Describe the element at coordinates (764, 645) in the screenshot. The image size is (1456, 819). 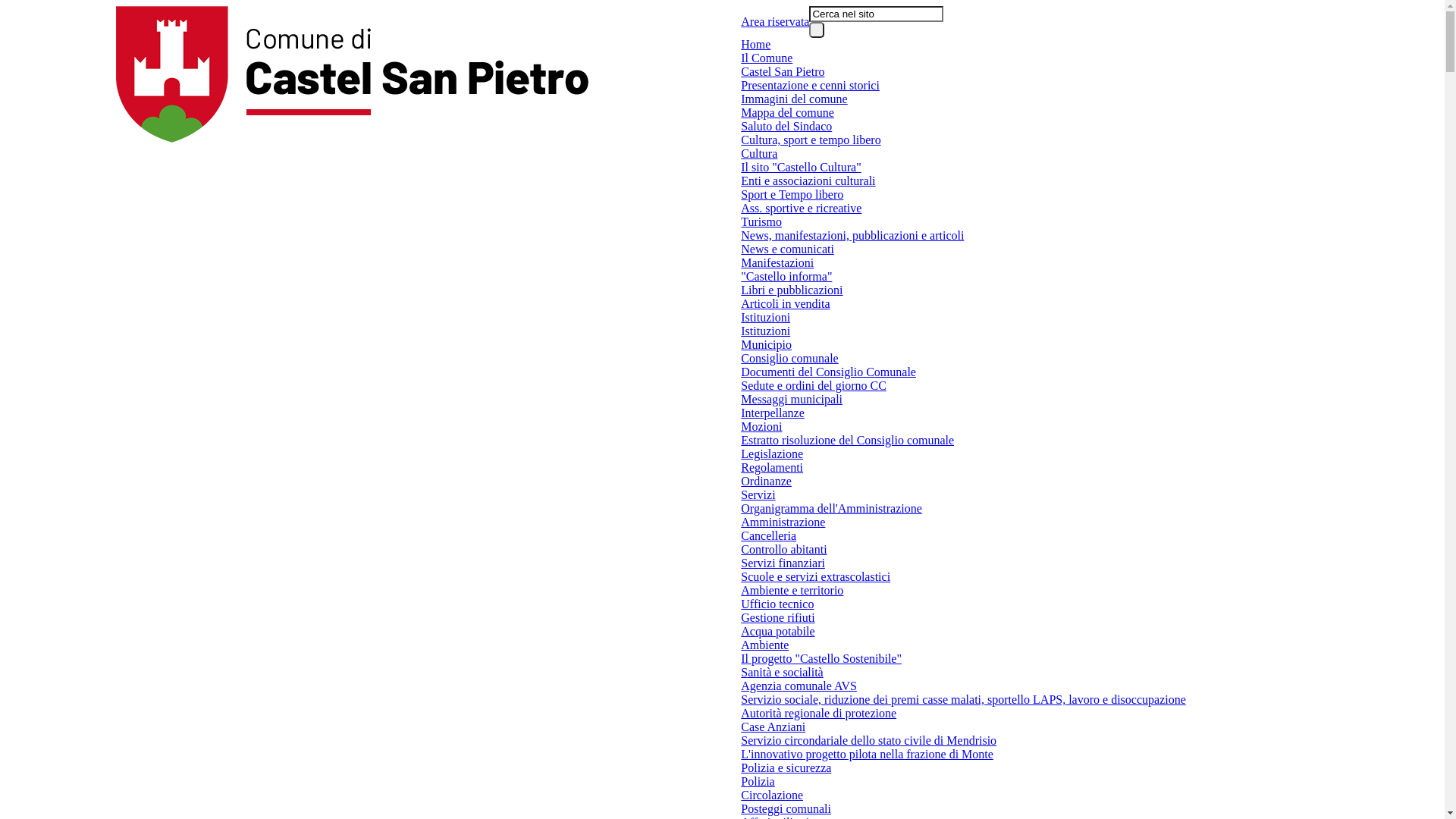
I see `'Ambiente'` at that location.